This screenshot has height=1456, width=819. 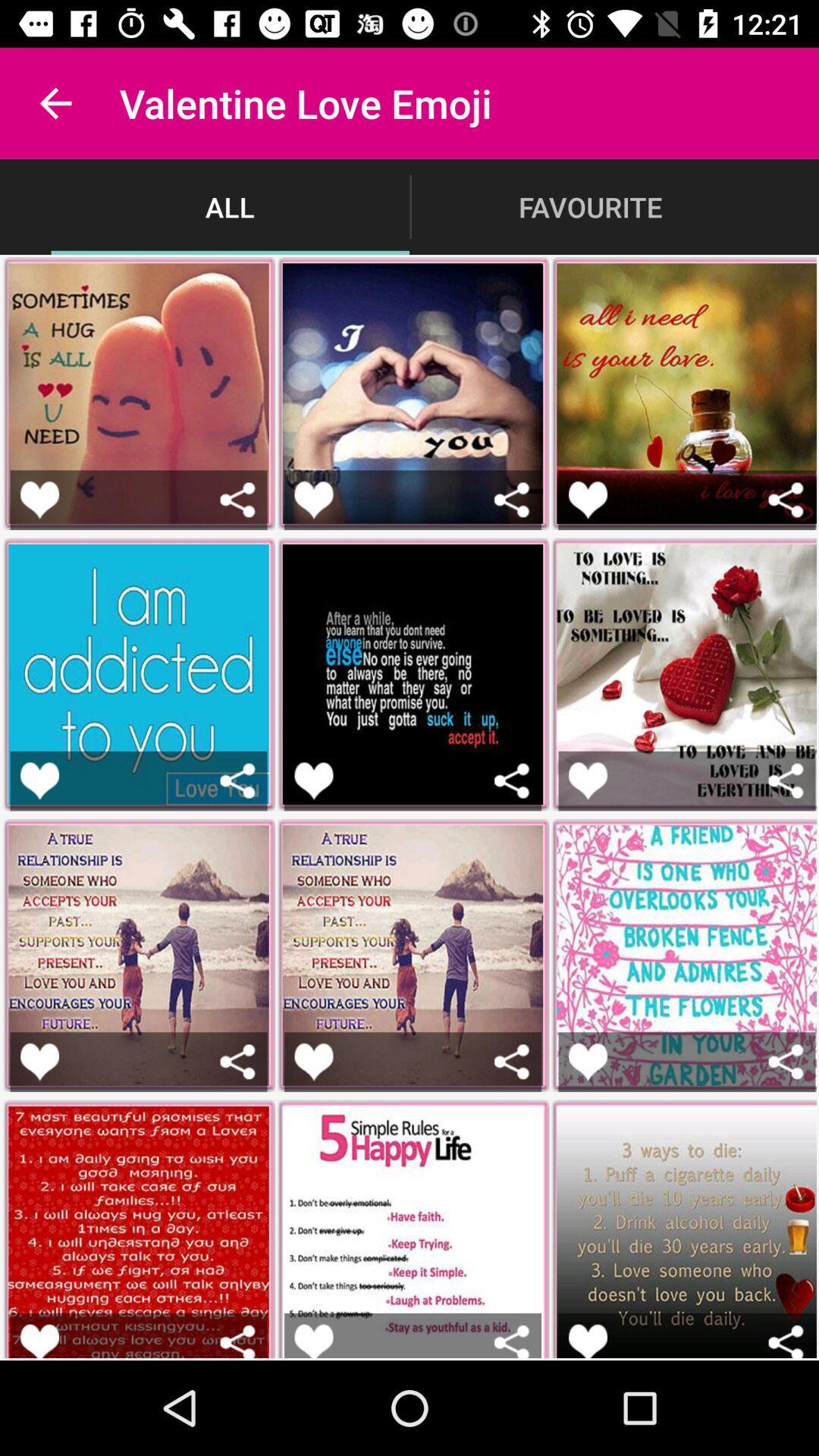 I want to click on share the emoji, so click(x=785, y=1061).